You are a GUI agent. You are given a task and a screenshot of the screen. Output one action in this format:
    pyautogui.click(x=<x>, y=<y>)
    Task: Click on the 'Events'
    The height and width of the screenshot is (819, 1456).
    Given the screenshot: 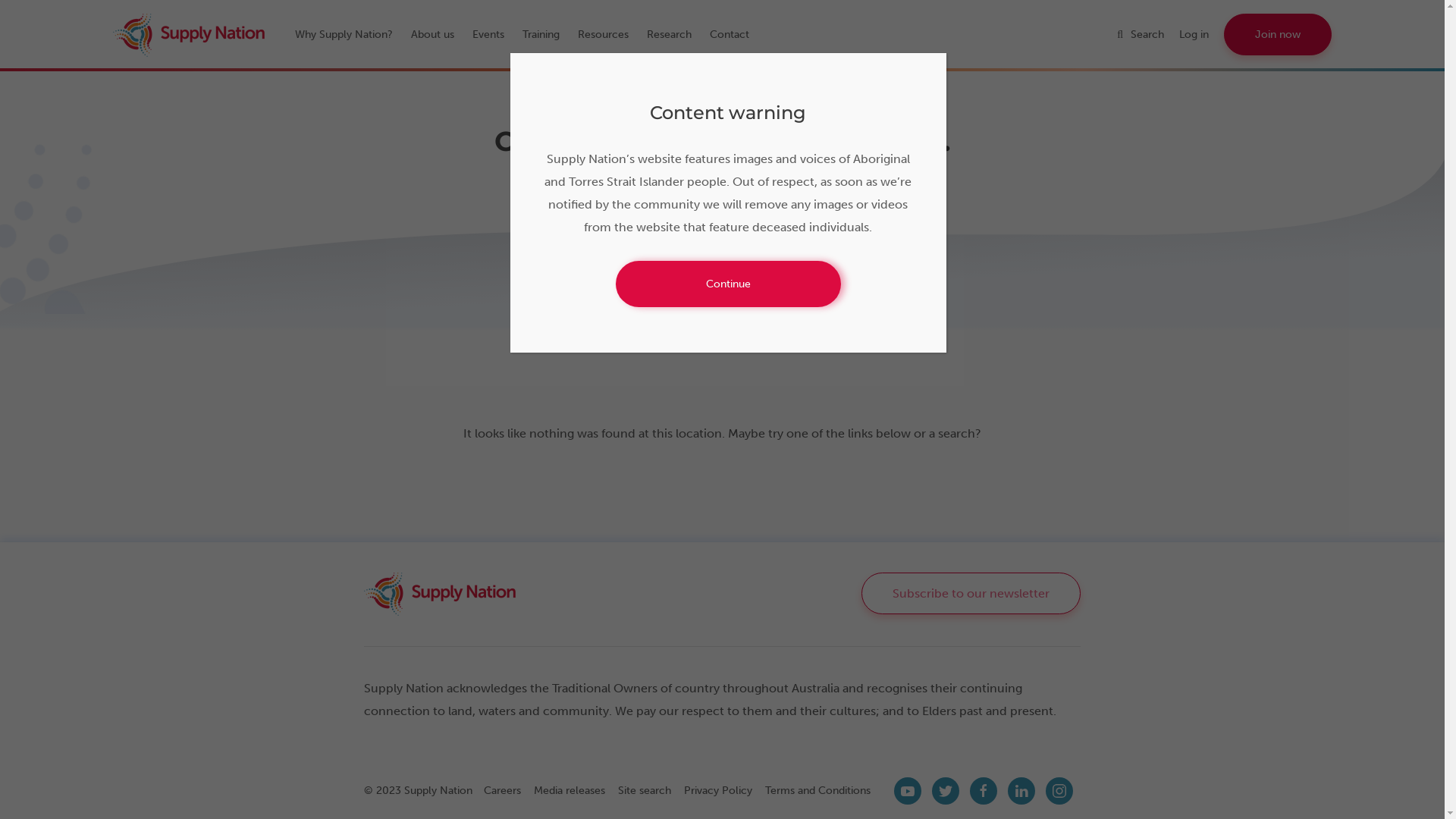 What is the action you would take?
    pyautogui.click(x=472, y=34)
    